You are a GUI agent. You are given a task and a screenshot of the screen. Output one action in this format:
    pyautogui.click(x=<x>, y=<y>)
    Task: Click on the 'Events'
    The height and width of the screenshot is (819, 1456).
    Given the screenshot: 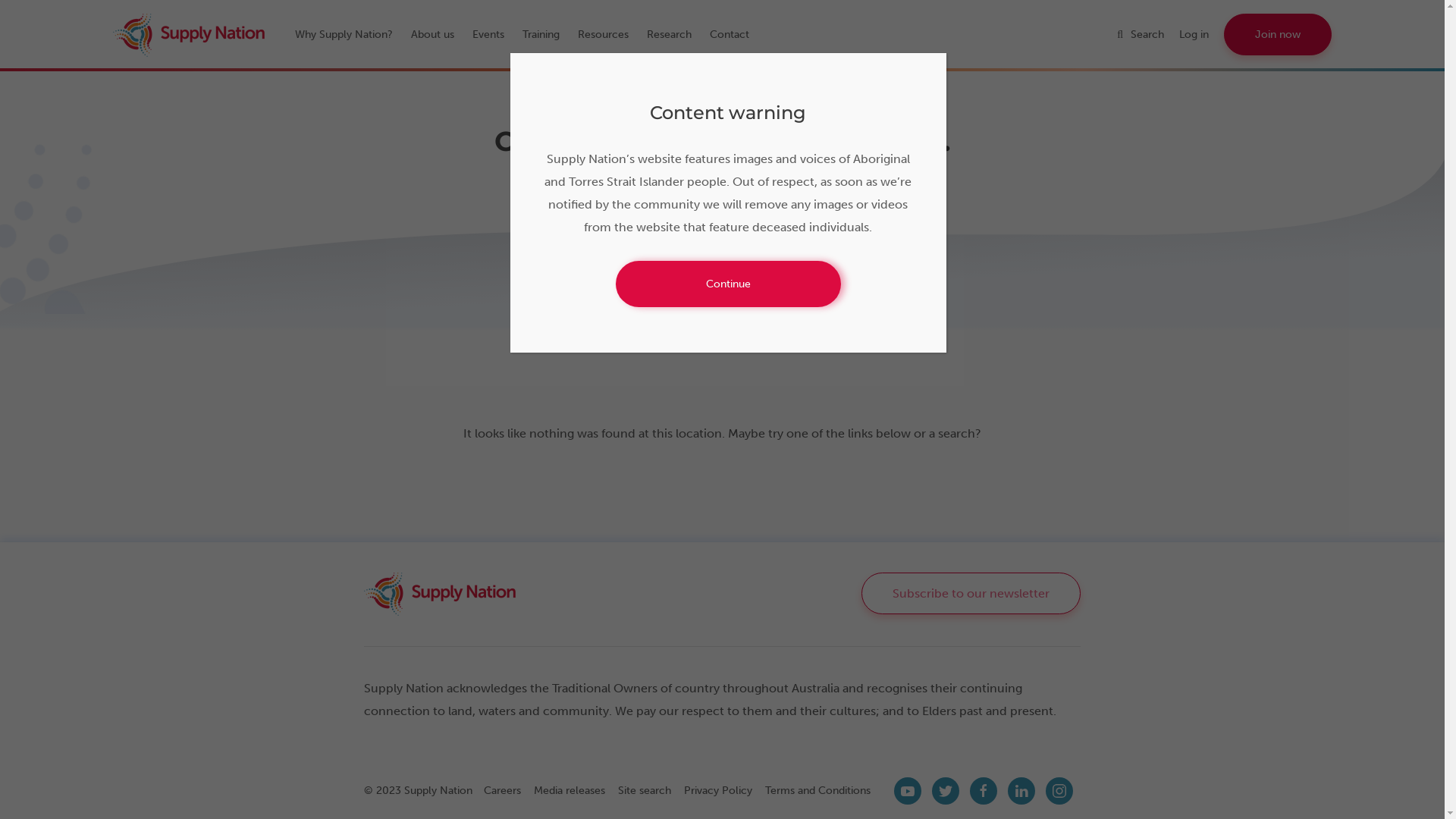 What is the action you would take?
    pyautogui.click(x=472, y=34)
    